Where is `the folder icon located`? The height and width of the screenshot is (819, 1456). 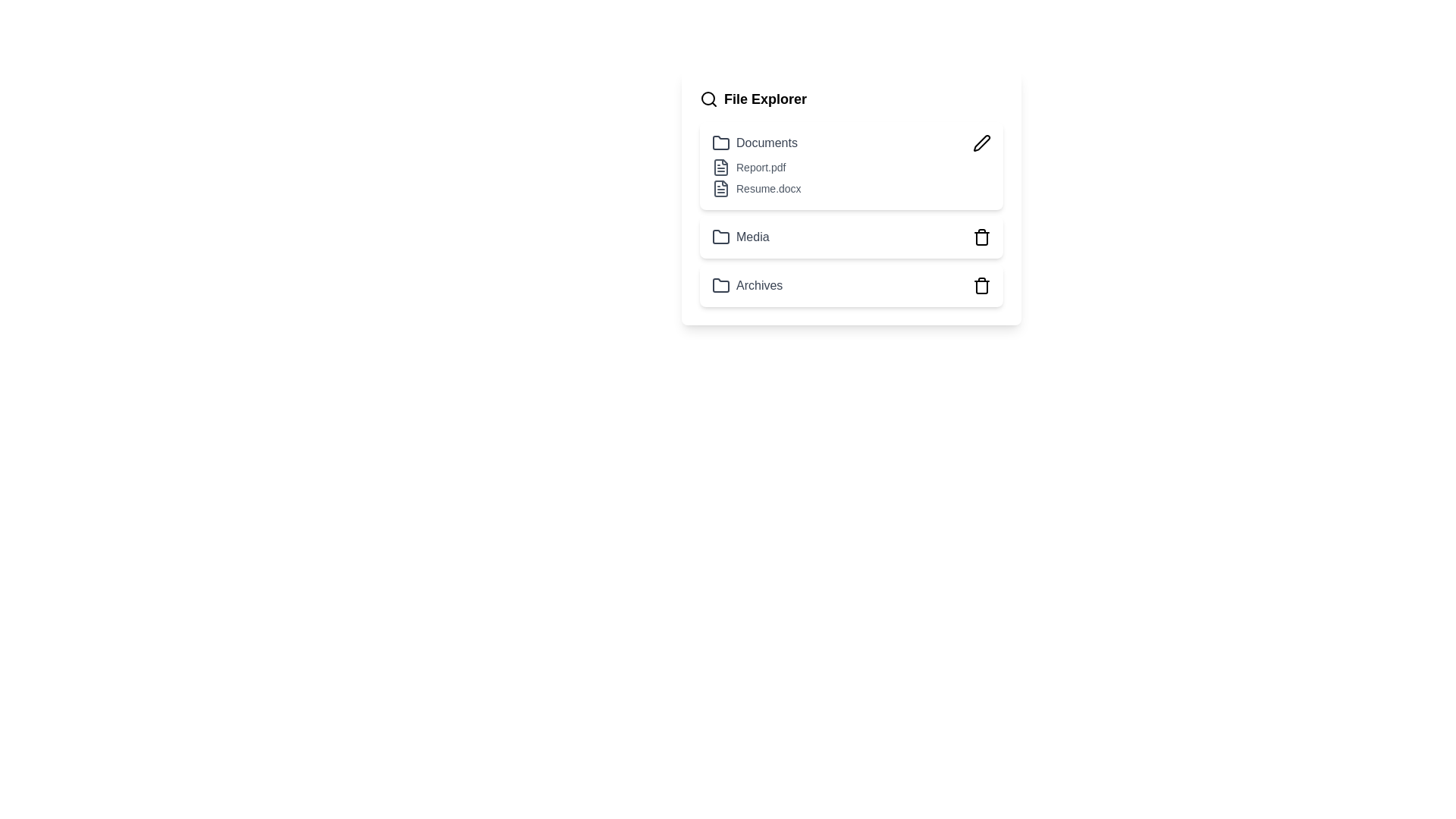 the folder icon located is located at coordinates (720, 237).